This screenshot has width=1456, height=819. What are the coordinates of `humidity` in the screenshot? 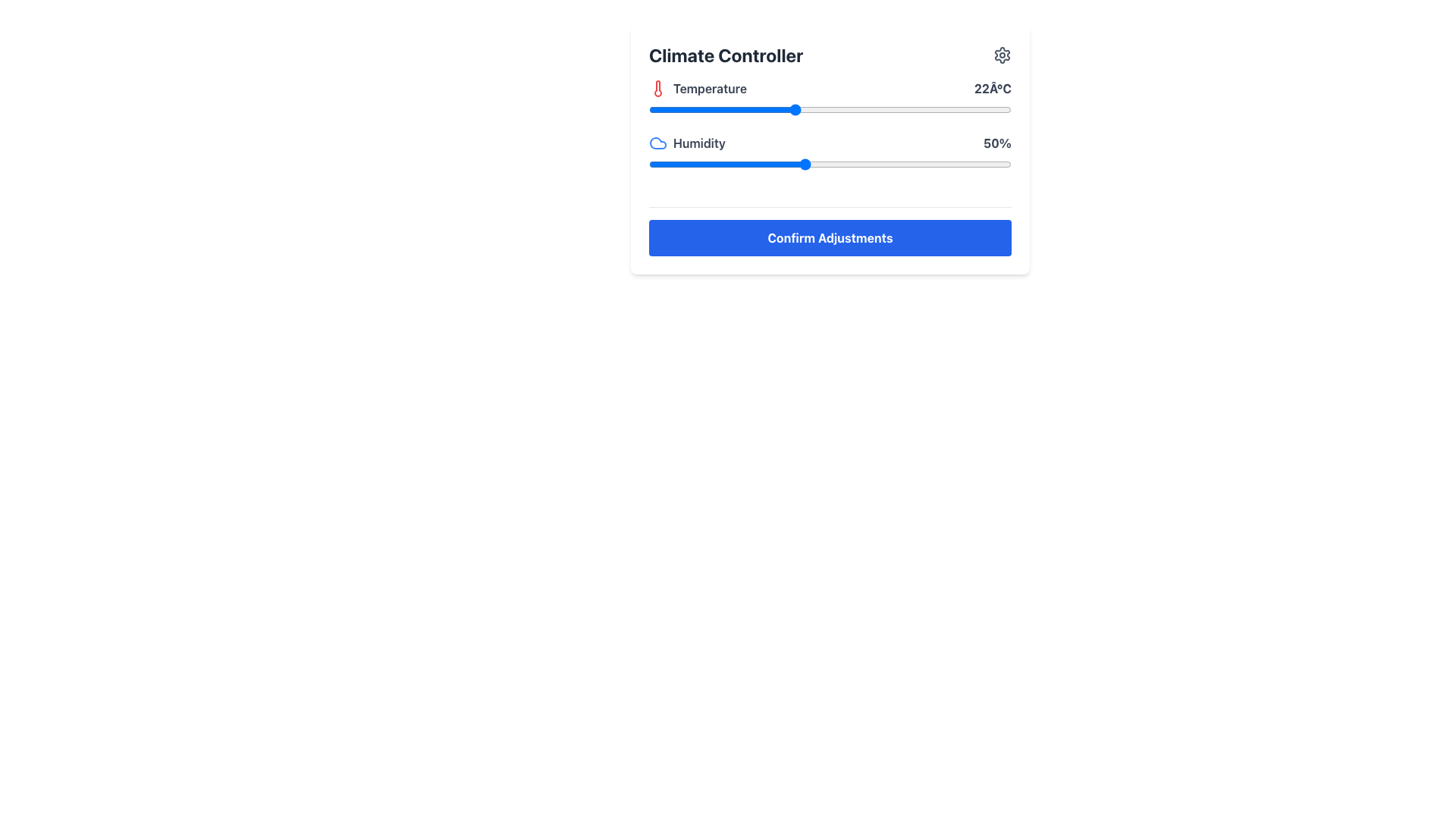 It's located at (710, 164).